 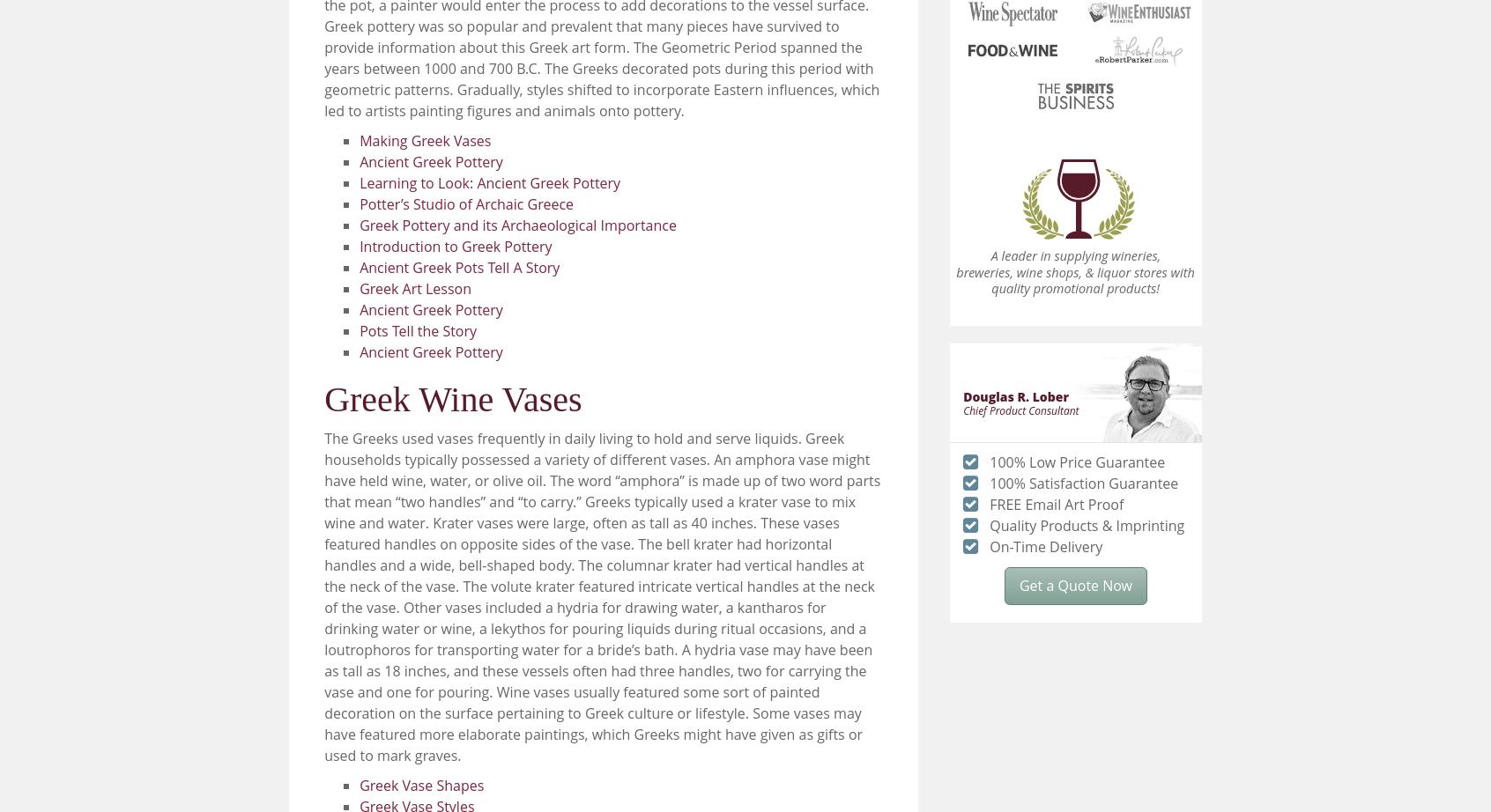 What do you see at coordinates (1077, 461) in the screenshot?
I see `'100% Low Price Guarantee'` at bounding box center [1077, 461].